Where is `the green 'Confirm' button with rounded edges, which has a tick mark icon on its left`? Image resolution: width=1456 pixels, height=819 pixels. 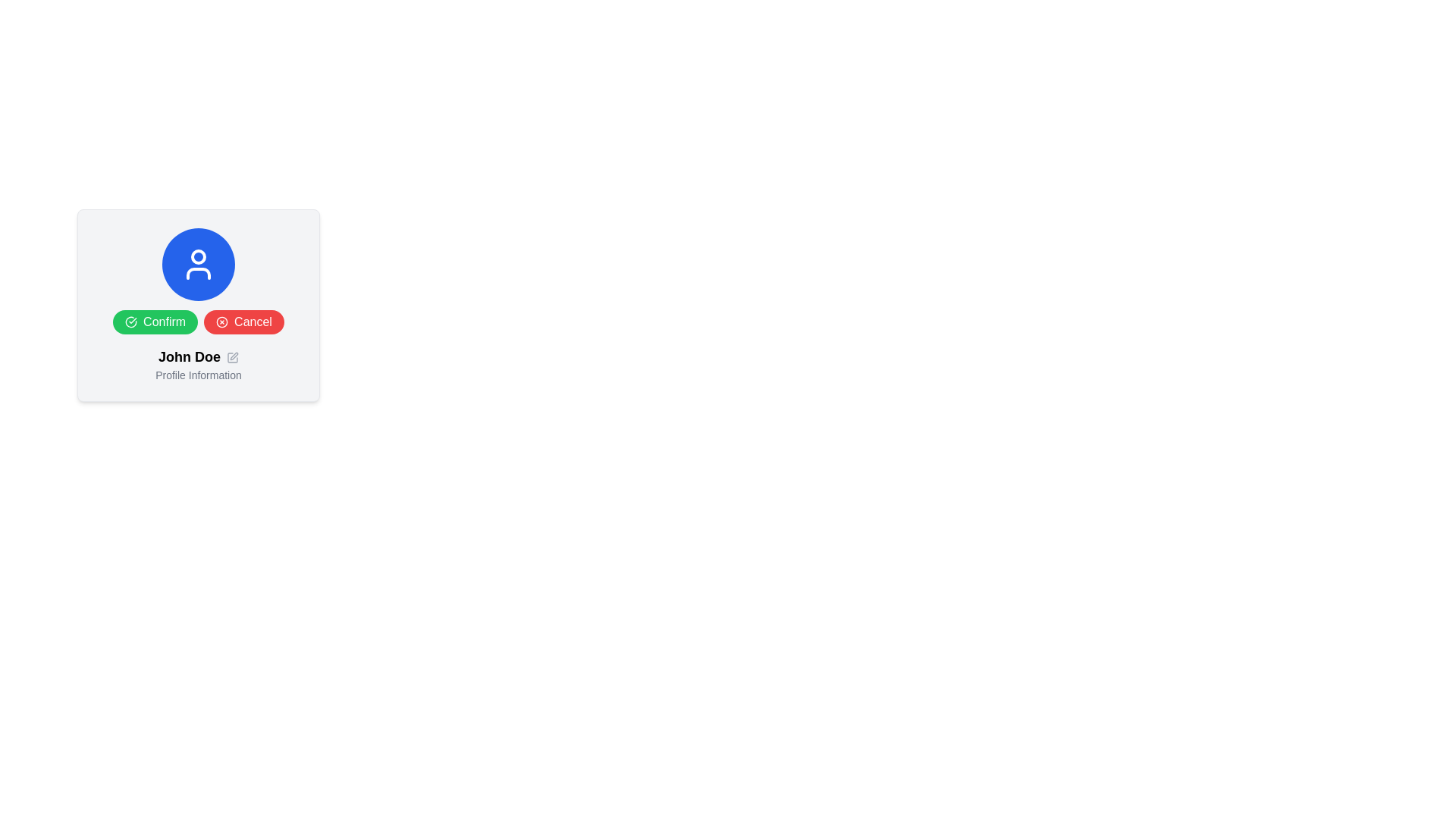
the green 'Confirm' button with rounded edges, which has a tick mark icon on its left is located at coordinates (155, 321).